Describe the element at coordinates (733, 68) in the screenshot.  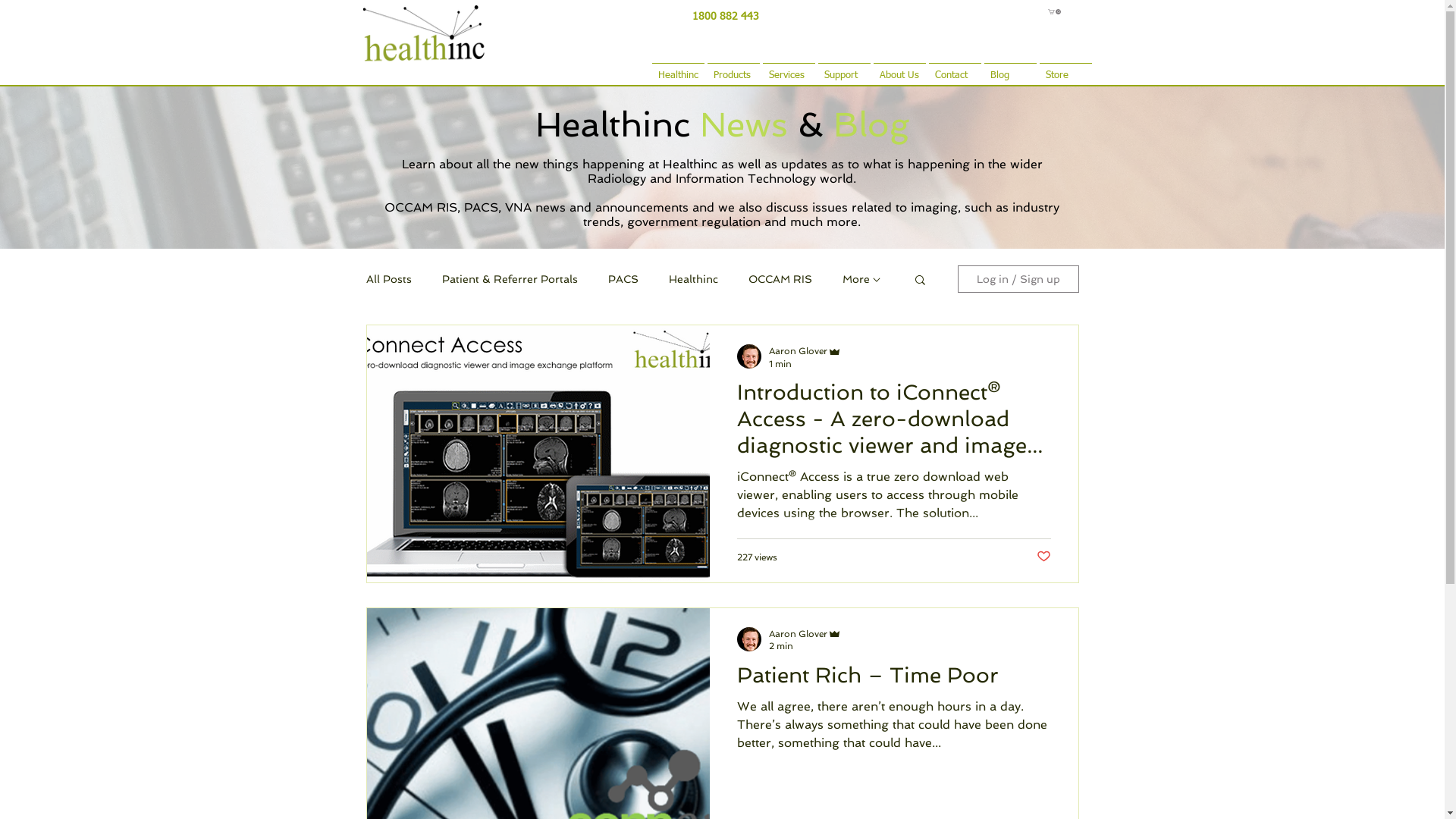
I see `'Products'` at that location.